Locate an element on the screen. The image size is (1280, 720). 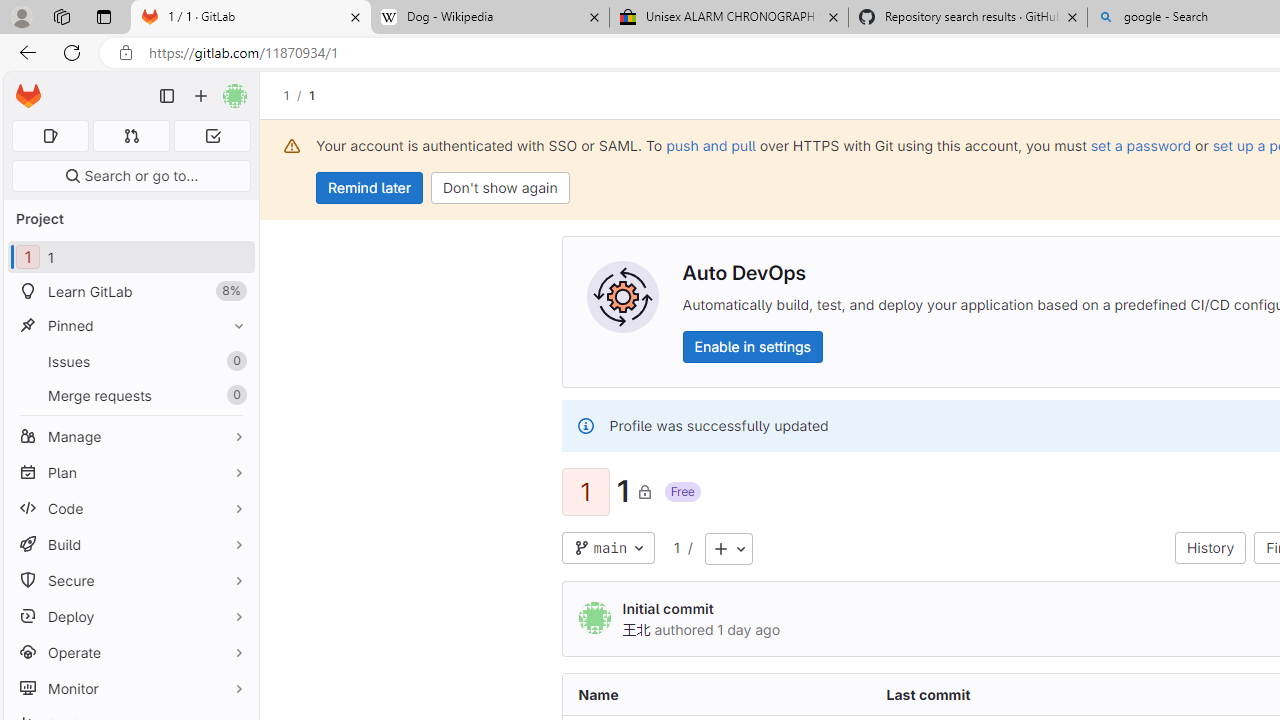
'Unpin Issues' is located at coordinates (234, 361).